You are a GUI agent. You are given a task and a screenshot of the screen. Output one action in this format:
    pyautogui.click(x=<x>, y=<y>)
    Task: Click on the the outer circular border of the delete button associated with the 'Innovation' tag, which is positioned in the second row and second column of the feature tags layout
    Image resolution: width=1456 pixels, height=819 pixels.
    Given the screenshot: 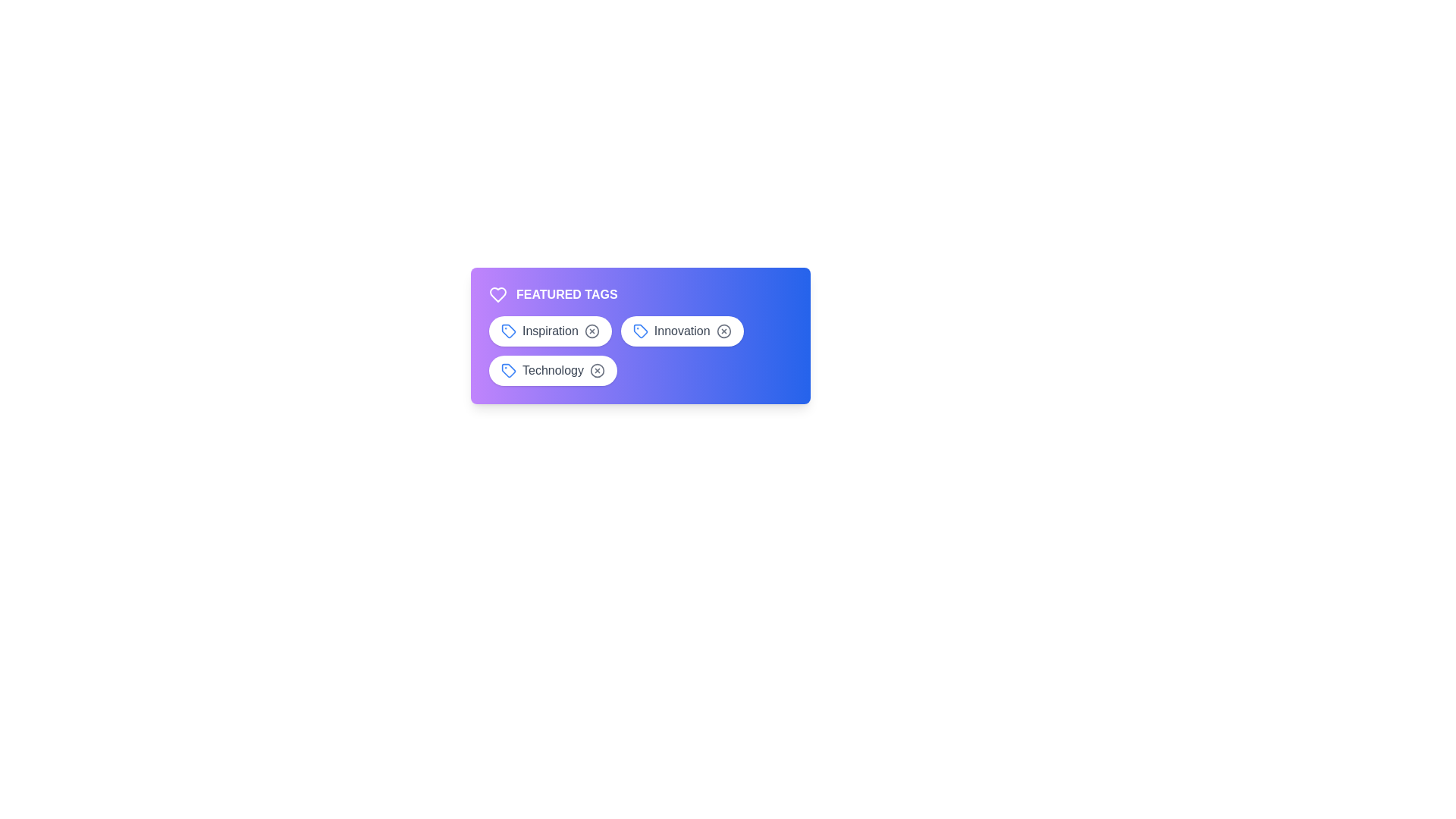 What is the action you would take?
    pyautogui.click(x=723, y=330)
    